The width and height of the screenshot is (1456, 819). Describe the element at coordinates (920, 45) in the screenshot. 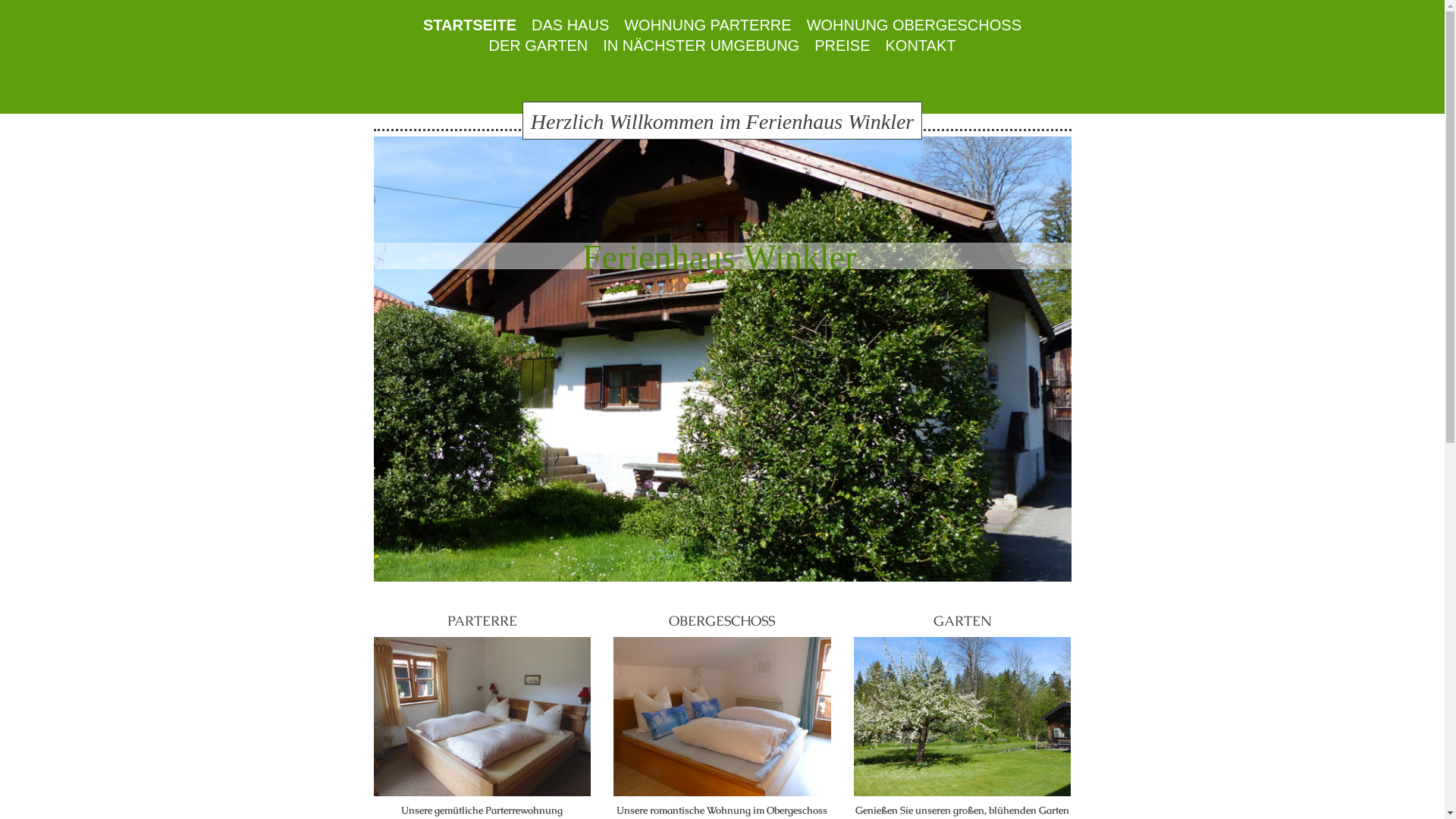

I see `'KONTAKT'` at that location.